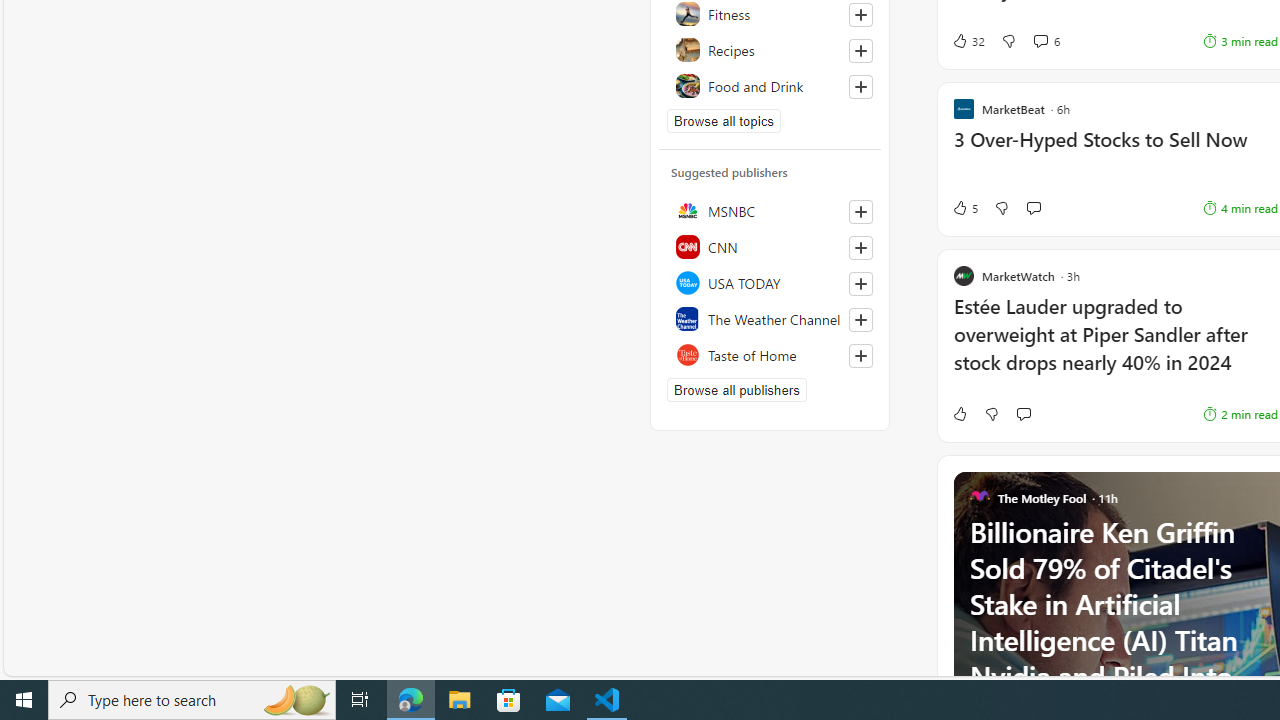 The image size is (1280, 720). What do you see at coordinates (964, 208) in the screenshot?
I see `'5 Like'` at bounding box center [964, 208].